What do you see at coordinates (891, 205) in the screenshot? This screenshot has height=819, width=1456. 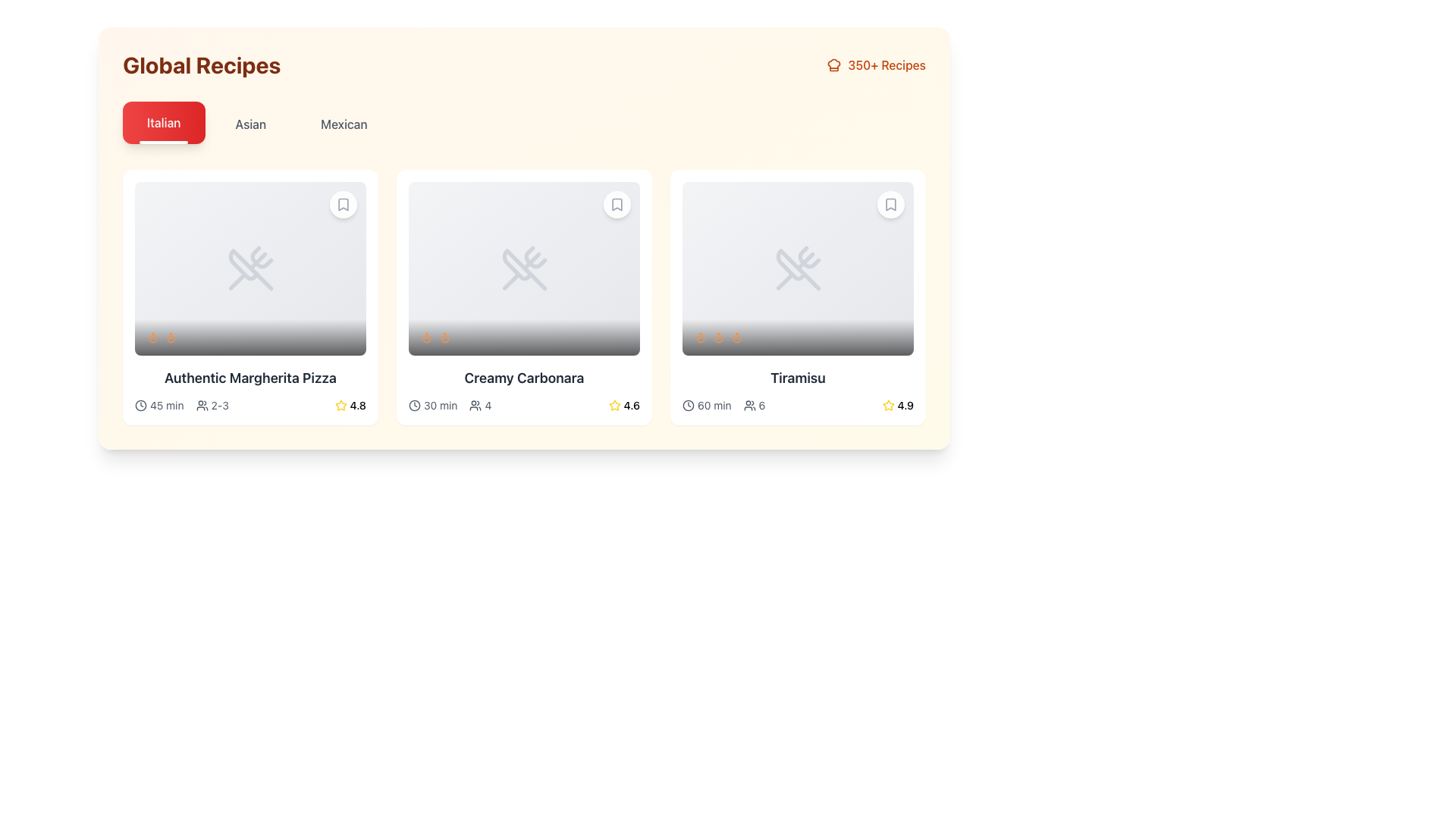 I see `the Bookmark icon shaped like a flag in the top-right corner of the 'Tiramisu' card` at bounding box center [891, 205].